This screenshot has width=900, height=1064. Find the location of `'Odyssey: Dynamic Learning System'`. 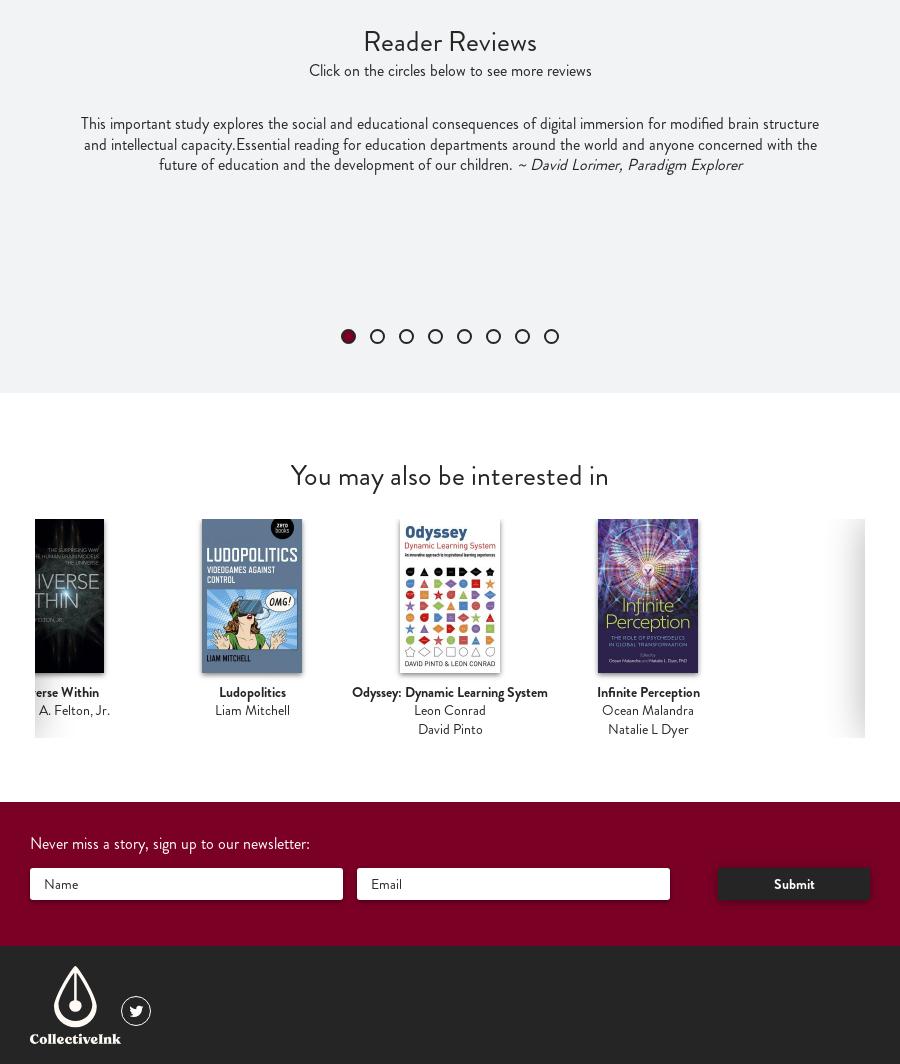

'Odyssey: Dynamic Learning System' is located at coordinates (450, 692).